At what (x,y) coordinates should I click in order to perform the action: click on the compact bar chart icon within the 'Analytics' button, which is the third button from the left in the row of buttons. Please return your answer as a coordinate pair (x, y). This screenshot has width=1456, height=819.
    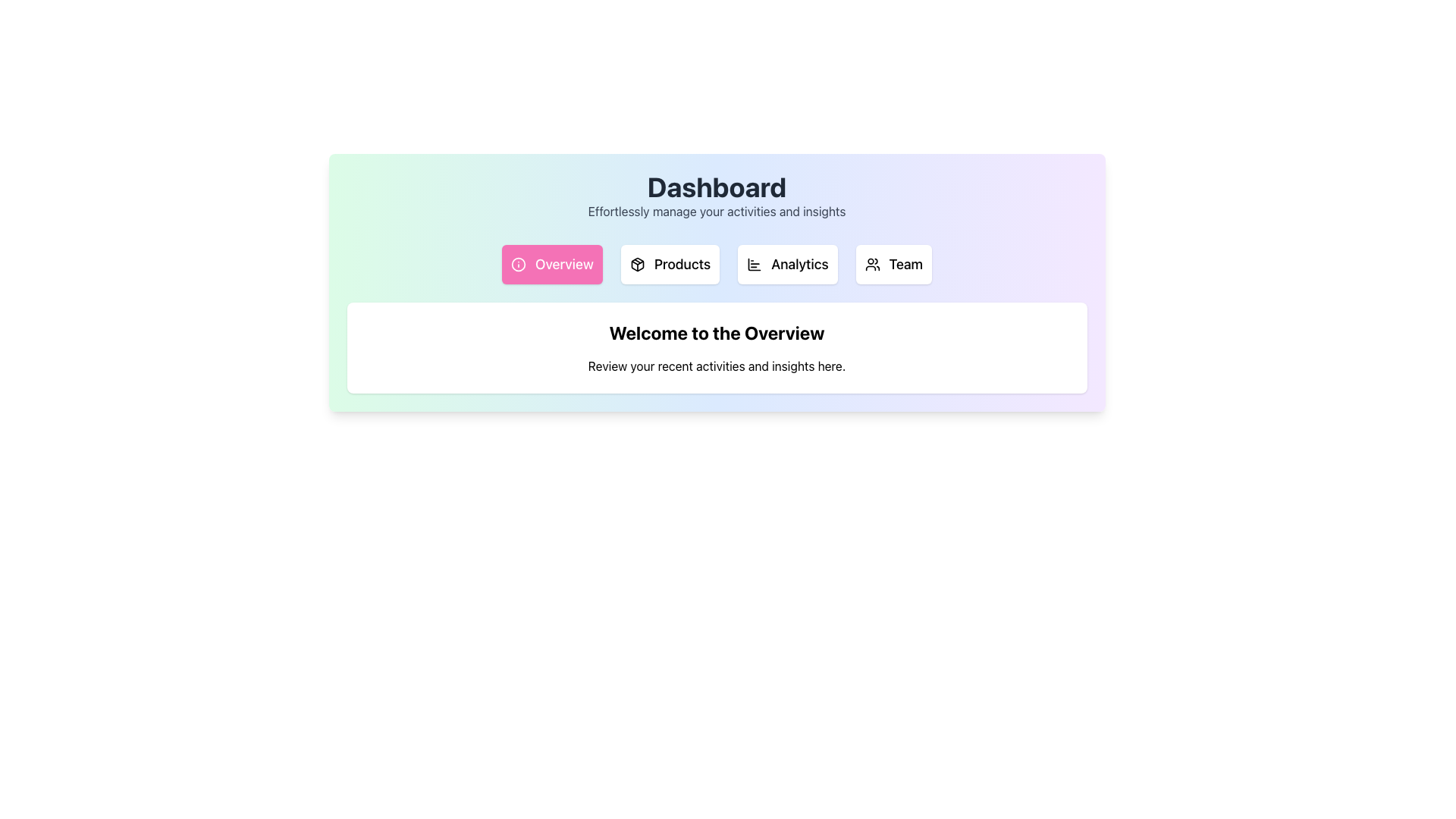
    Looking at the image, I should click on (755, 263).